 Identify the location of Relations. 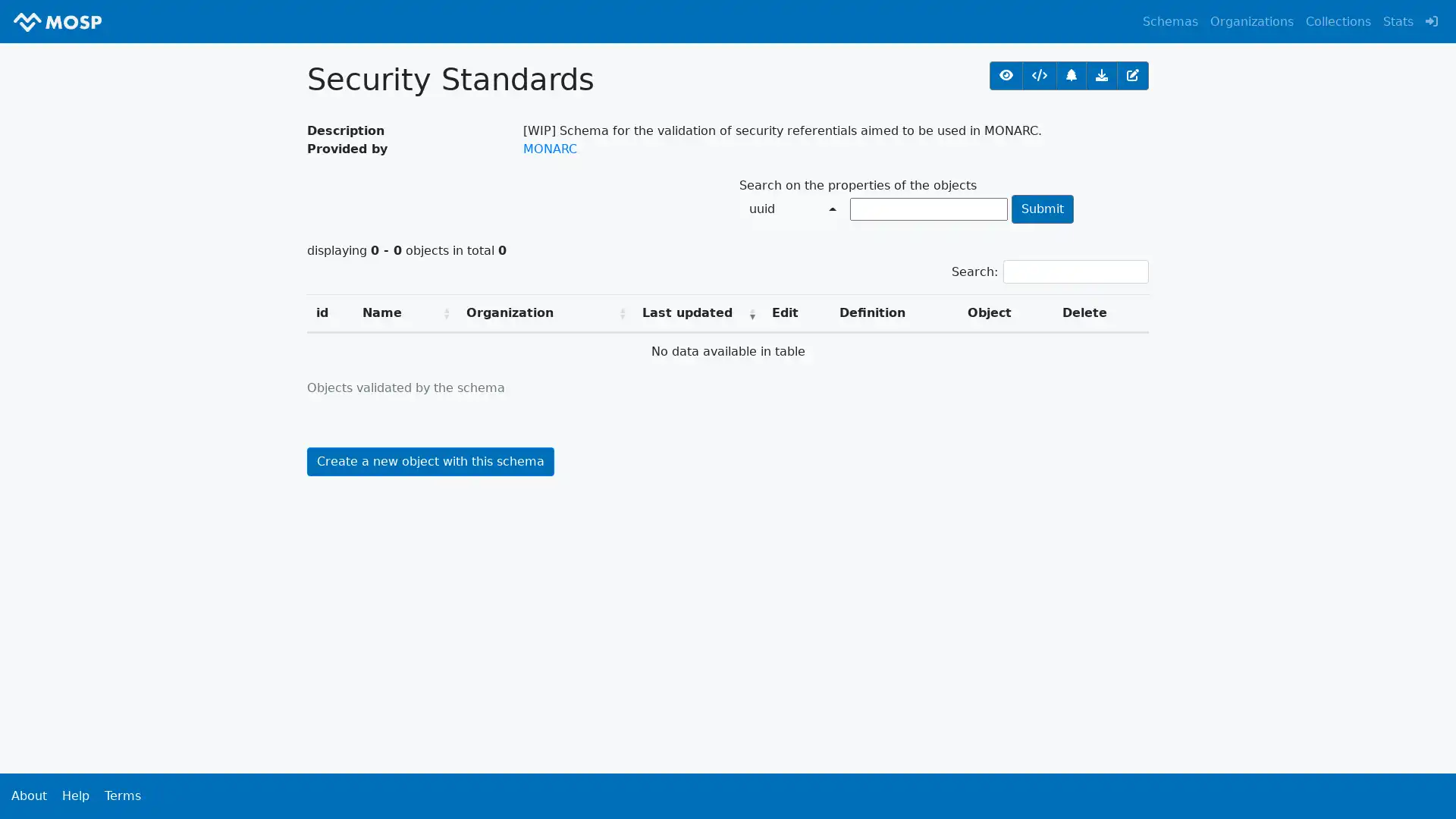
(1070, 76).